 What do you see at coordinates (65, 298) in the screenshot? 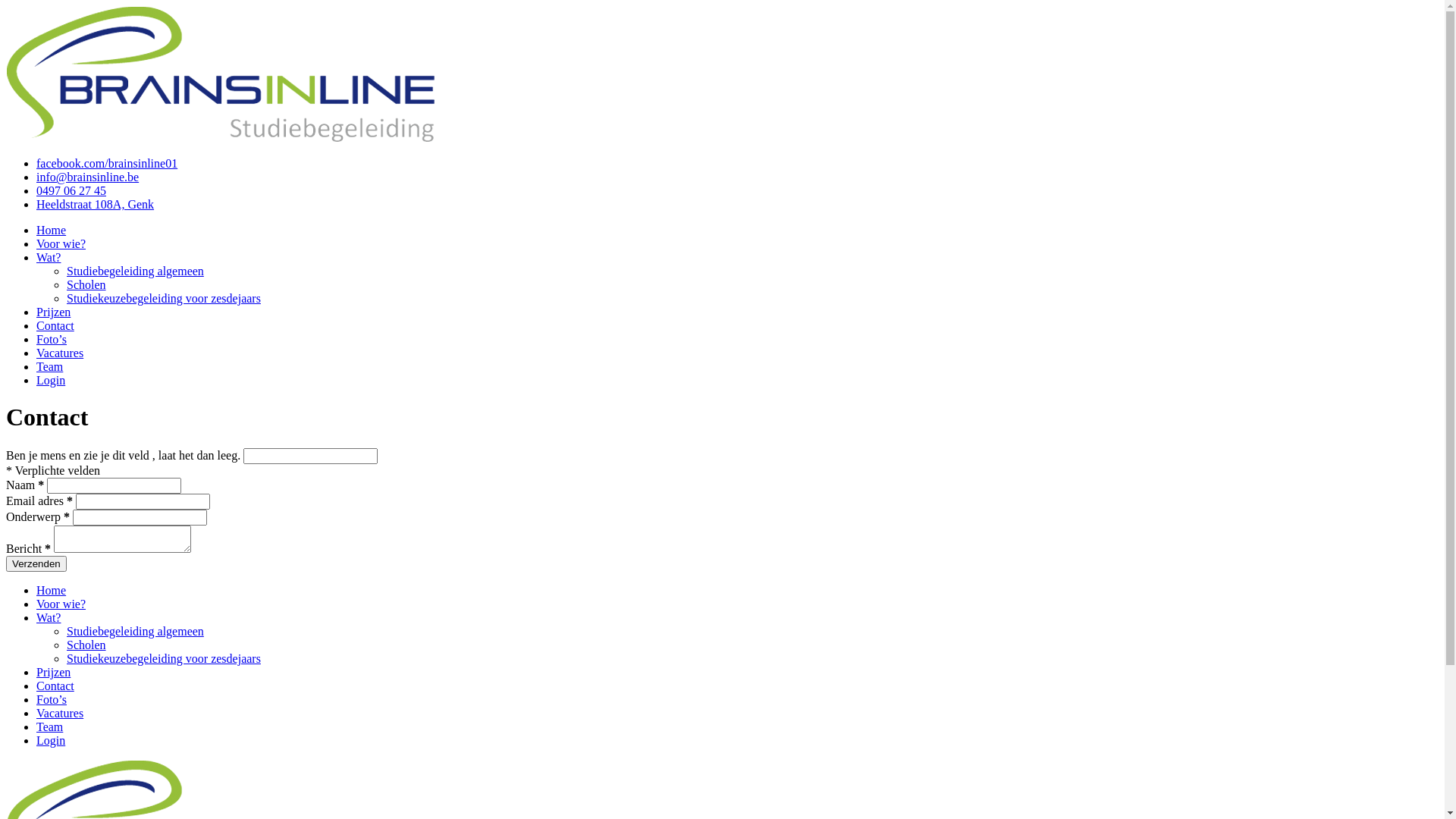
I see `'Studiekeuzebegeleiding voor zesdejaars'` at bounding box center [65, 298].